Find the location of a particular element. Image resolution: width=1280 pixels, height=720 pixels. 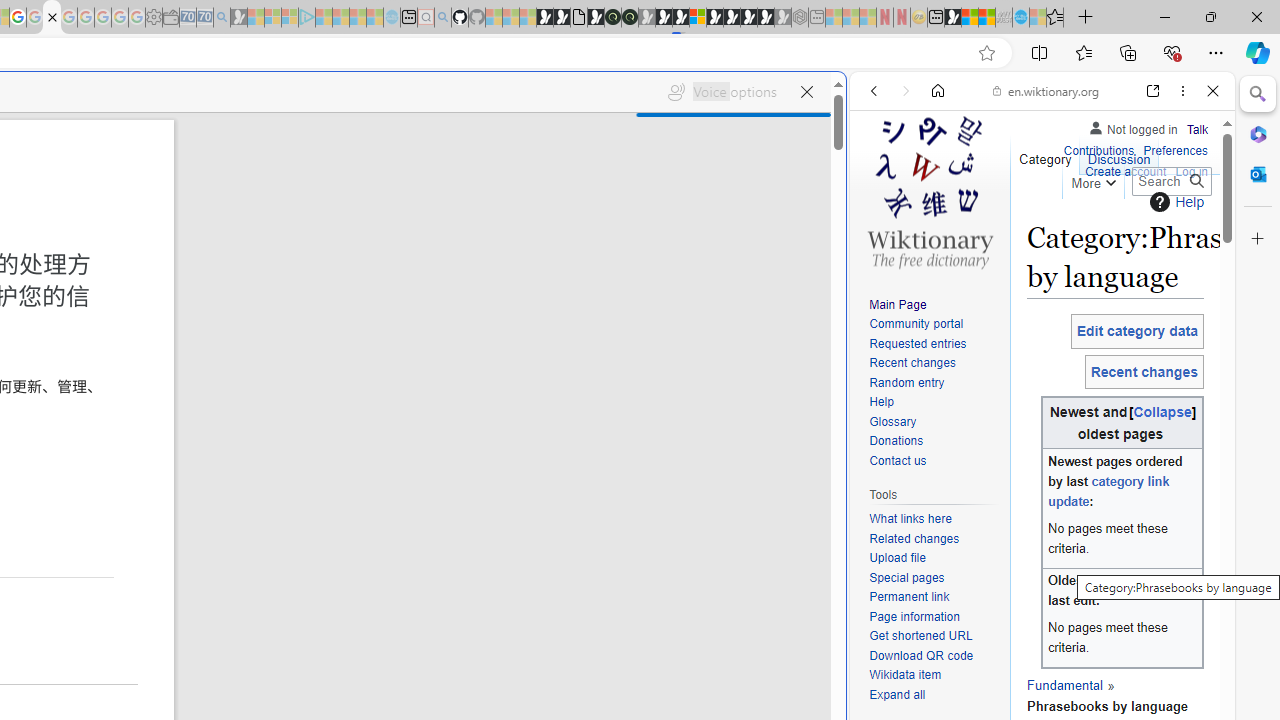

'Special pages' is located at coordinates (934, 578).